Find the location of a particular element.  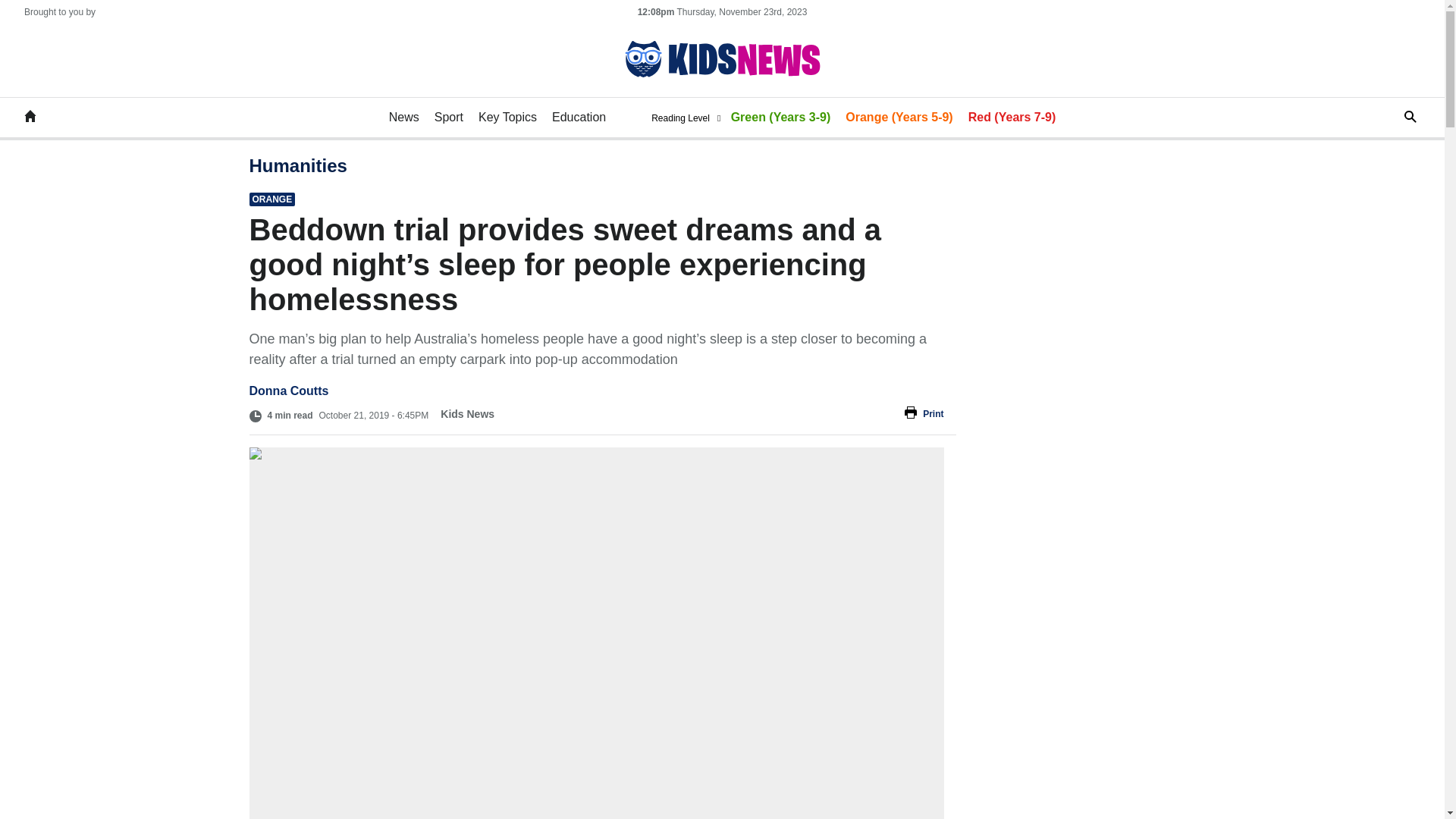

'News' is located at coordinates (381, 116).